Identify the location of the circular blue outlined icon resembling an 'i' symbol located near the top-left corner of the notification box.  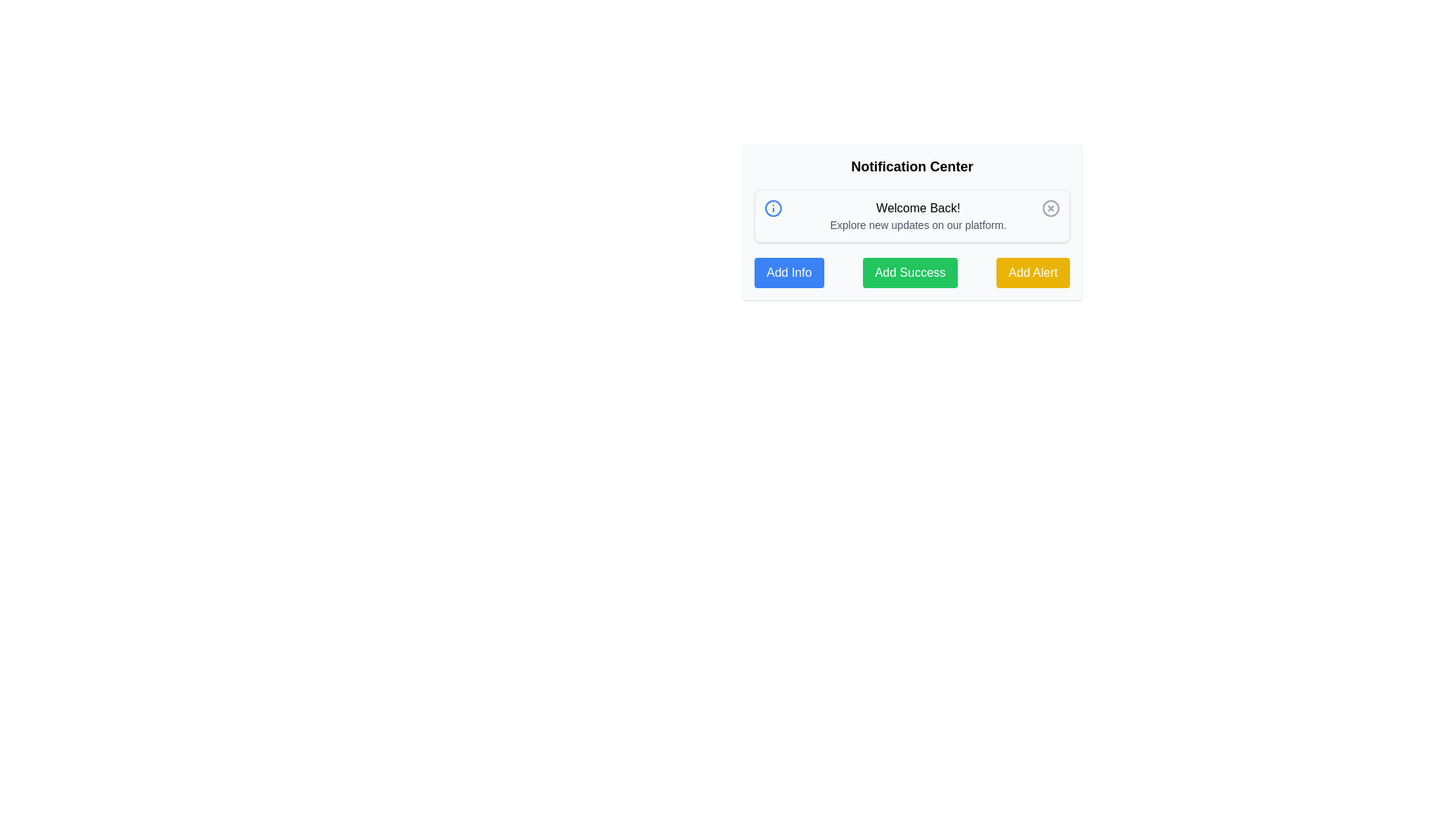
(773, 208).